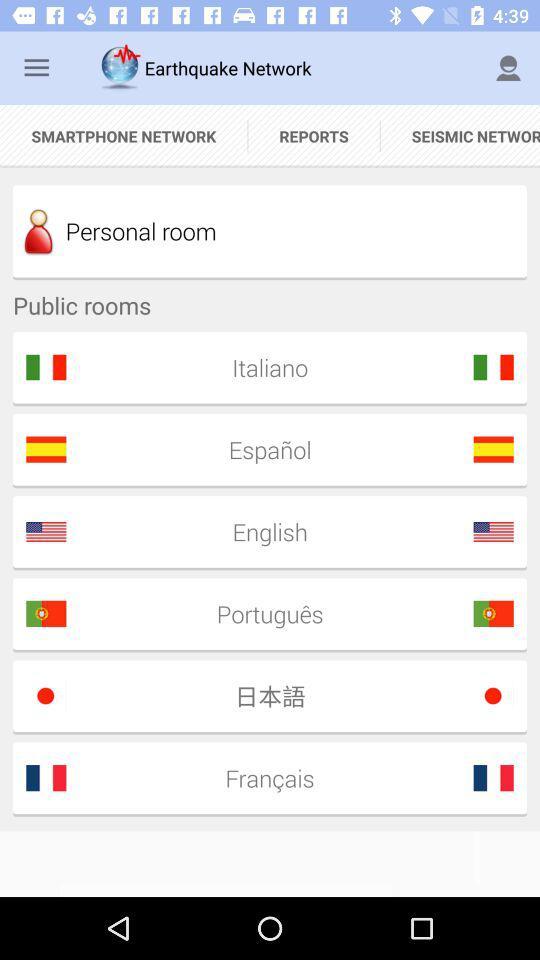  What do you see at coordinates (508, 68) in the screenshot?
I see `item to the right of the reports app` at bounding box center [508, 68].